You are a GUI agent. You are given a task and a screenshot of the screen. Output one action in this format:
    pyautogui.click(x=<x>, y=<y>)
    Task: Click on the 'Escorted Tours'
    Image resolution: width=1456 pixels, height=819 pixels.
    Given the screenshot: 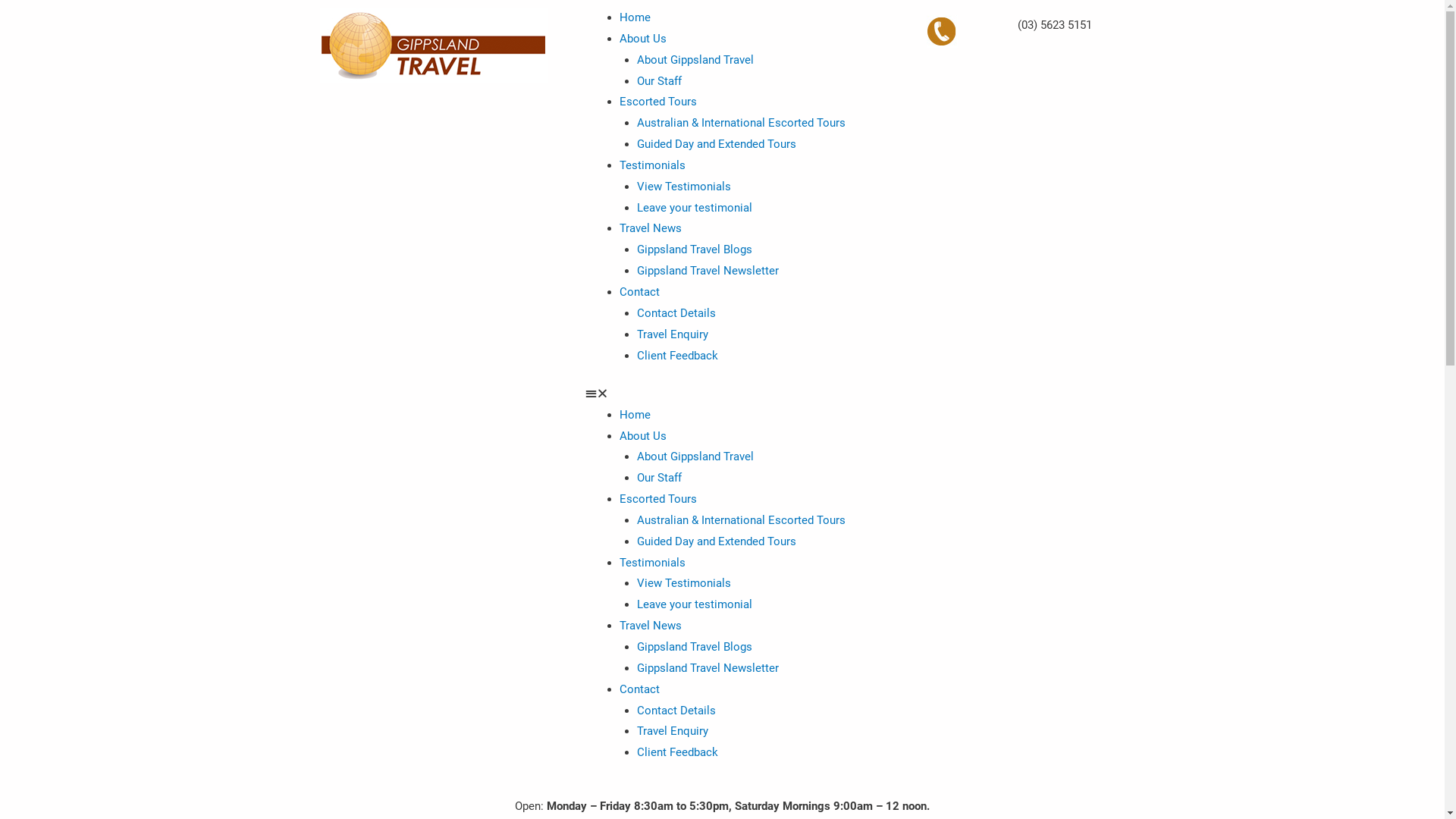 What is the action you would take?
    pyautogui.click(x=619, y=499)
    